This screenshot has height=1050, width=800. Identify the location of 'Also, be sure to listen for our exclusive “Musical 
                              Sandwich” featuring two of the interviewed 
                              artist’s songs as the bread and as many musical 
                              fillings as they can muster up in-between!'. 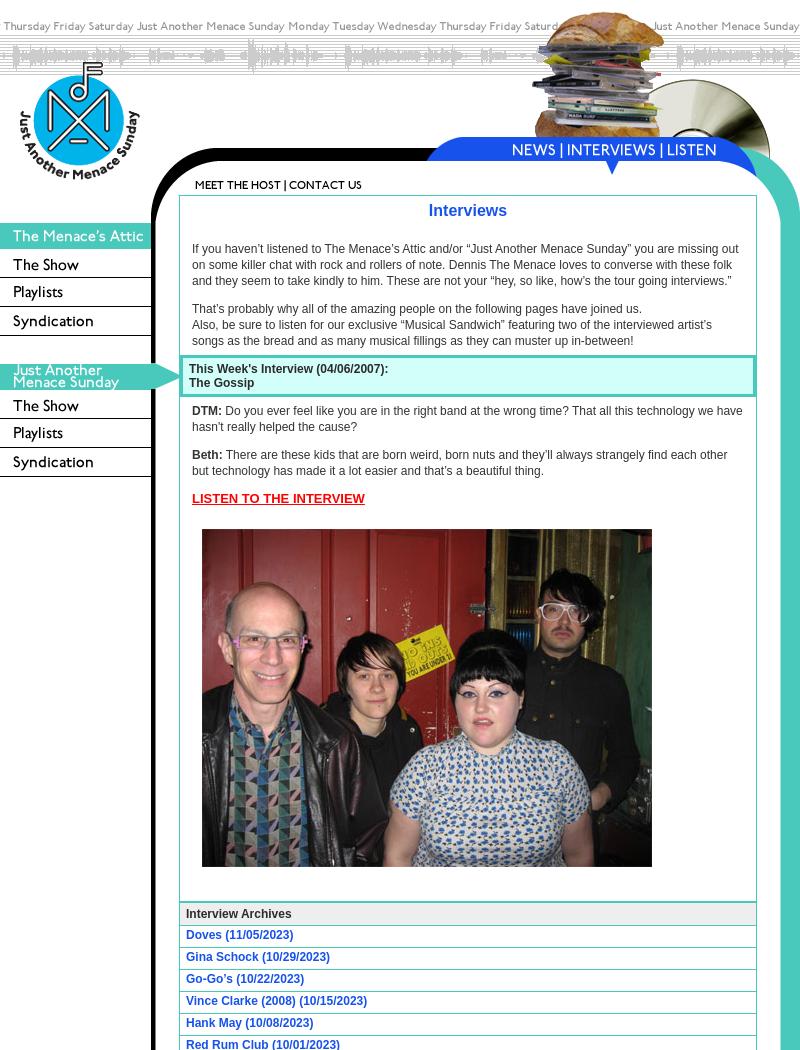
(450, 332).